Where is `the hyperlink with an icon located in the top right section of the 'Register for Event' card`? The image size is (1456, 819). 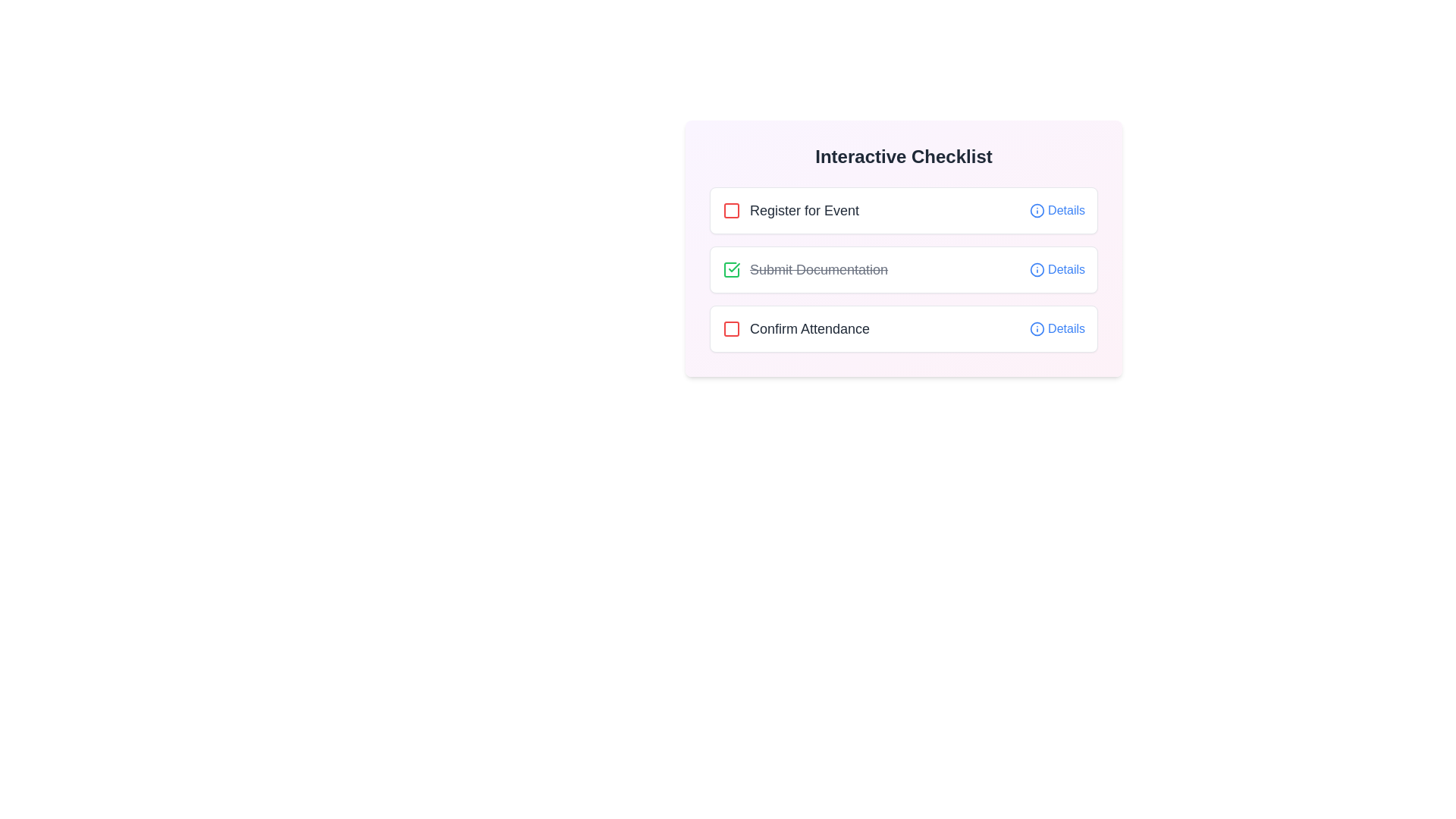
the hyperlink with an icon located in the top right section of the 'Register for Event' card is located at coordinates (1056, 210).